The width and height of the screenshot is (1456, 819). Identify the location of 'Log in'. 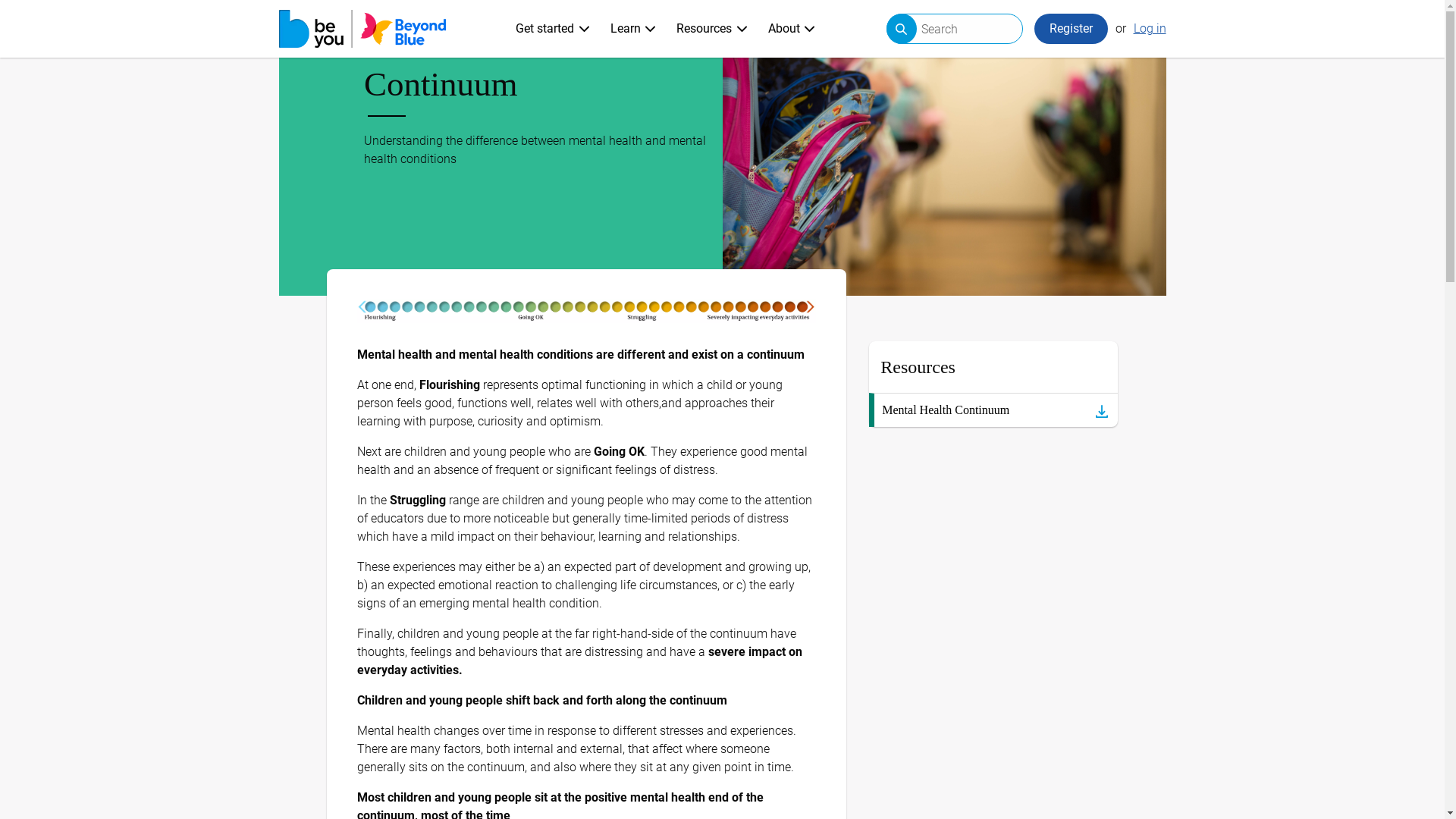
(1149, 29).